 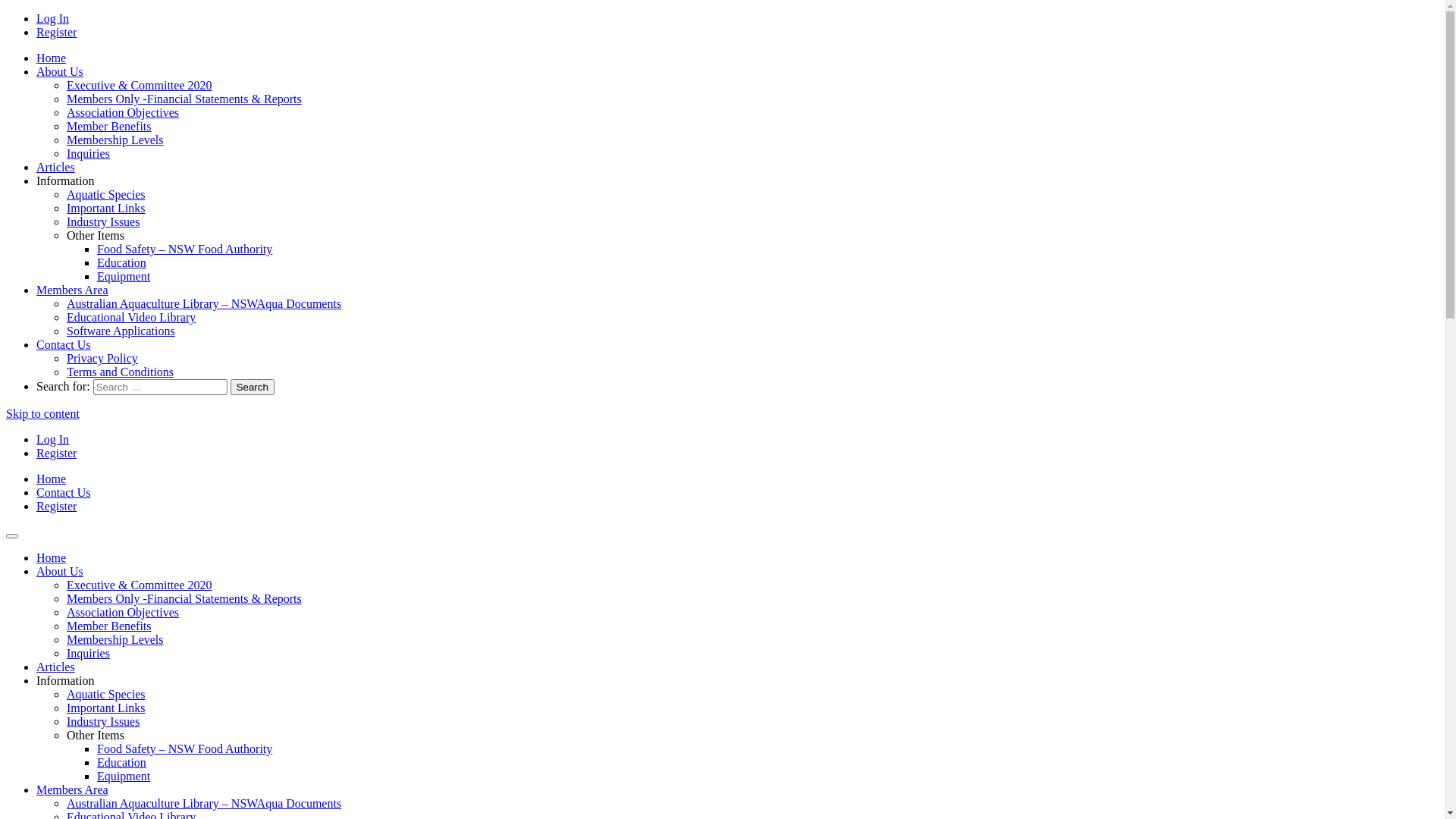 What do you see at coordinates (42, 413) in the screenshot?
I see `'Skip to content'` at bounding box center [42, 413].